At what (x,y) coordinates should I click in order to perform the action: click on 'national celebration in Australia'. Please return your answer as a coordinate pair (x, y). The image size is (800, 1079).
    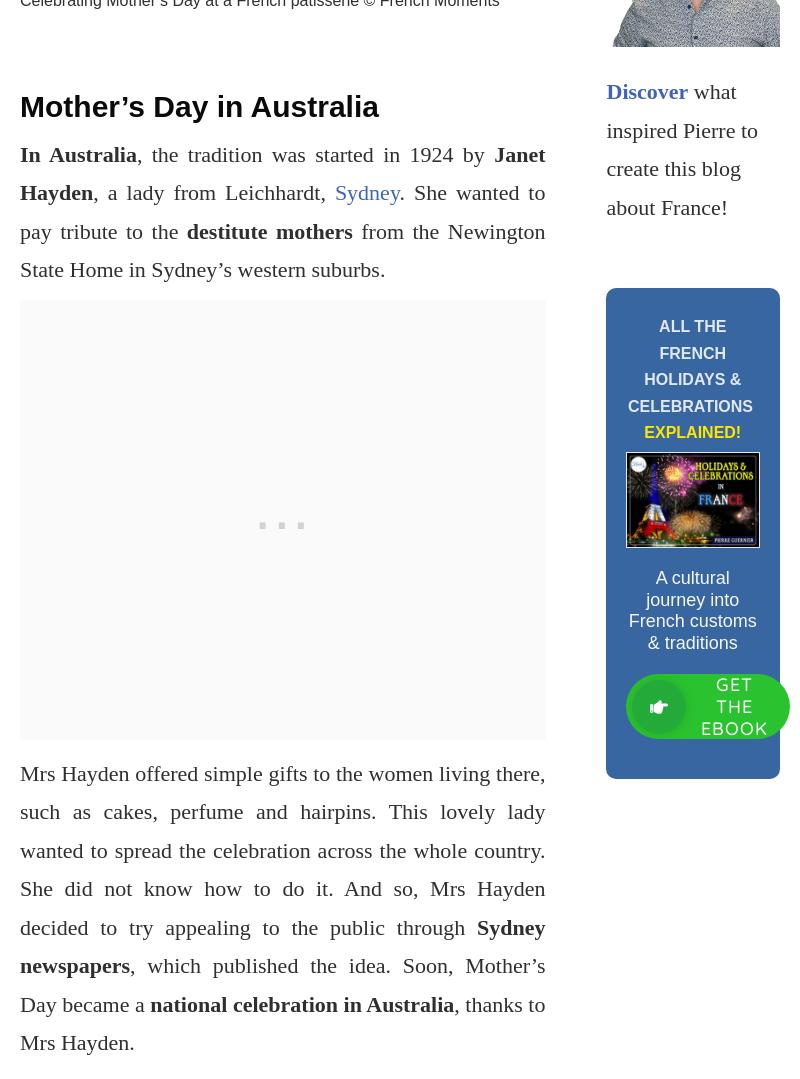
    Looking at the image, I should click on (150, 1003).